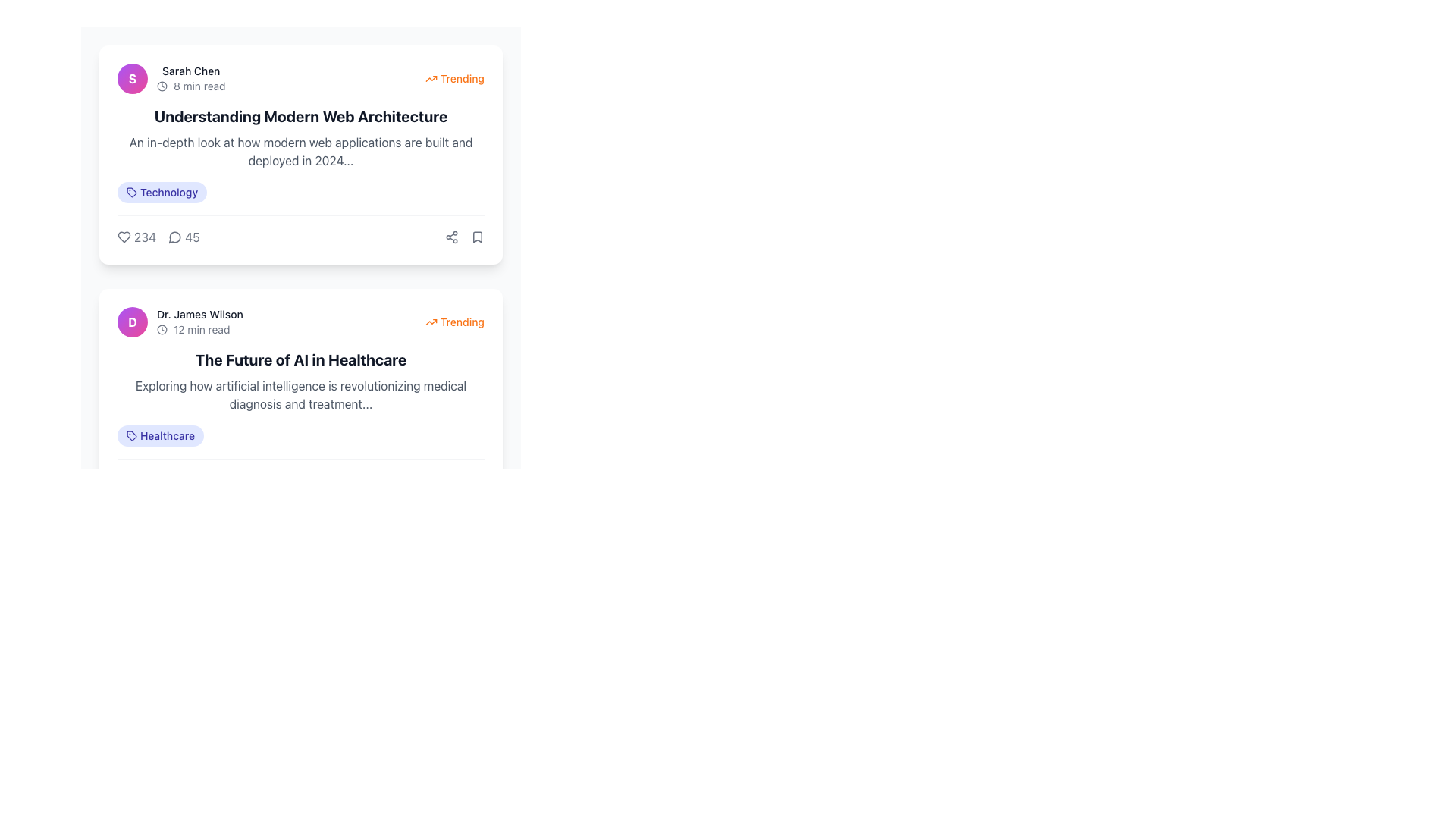 This screenshot has height=819, width=1456. Describe the element at coordinates (191, 237) in the screenshot. I see `the static text element displaying the number '45' located to the right of the speech bubble icon in the engagement metrics section of the 'Understanding Modern Web Architecture' card` at that location.